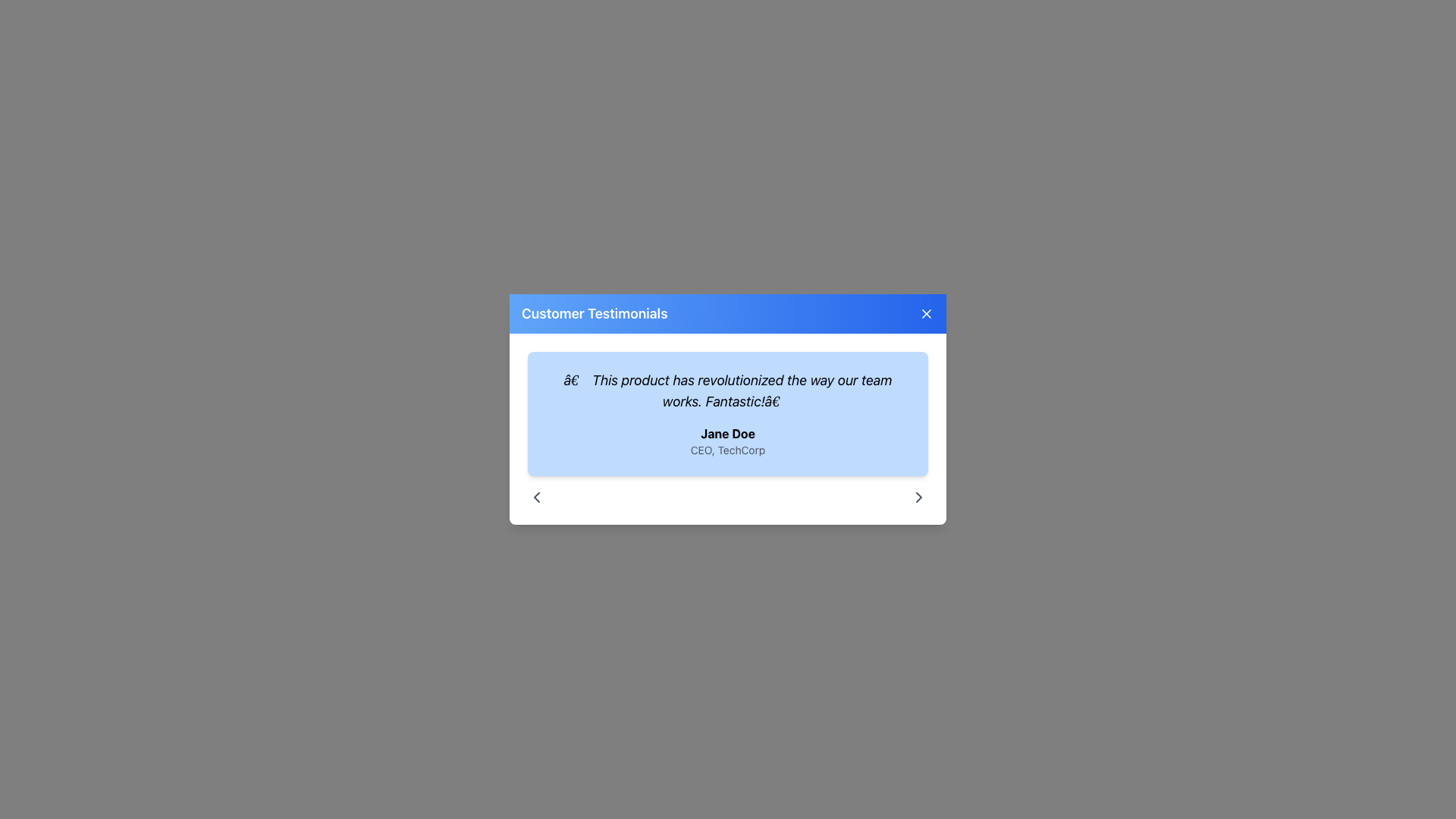 The height and width of the screenshot is (819, 1456). I want to click on the text label displaying 'CEO, TechCorp', which is styled in a smaller font size and grayed-out color, located below the bold-text name 'Jane Doe' within a blue testimonial card, so click(728, 450).